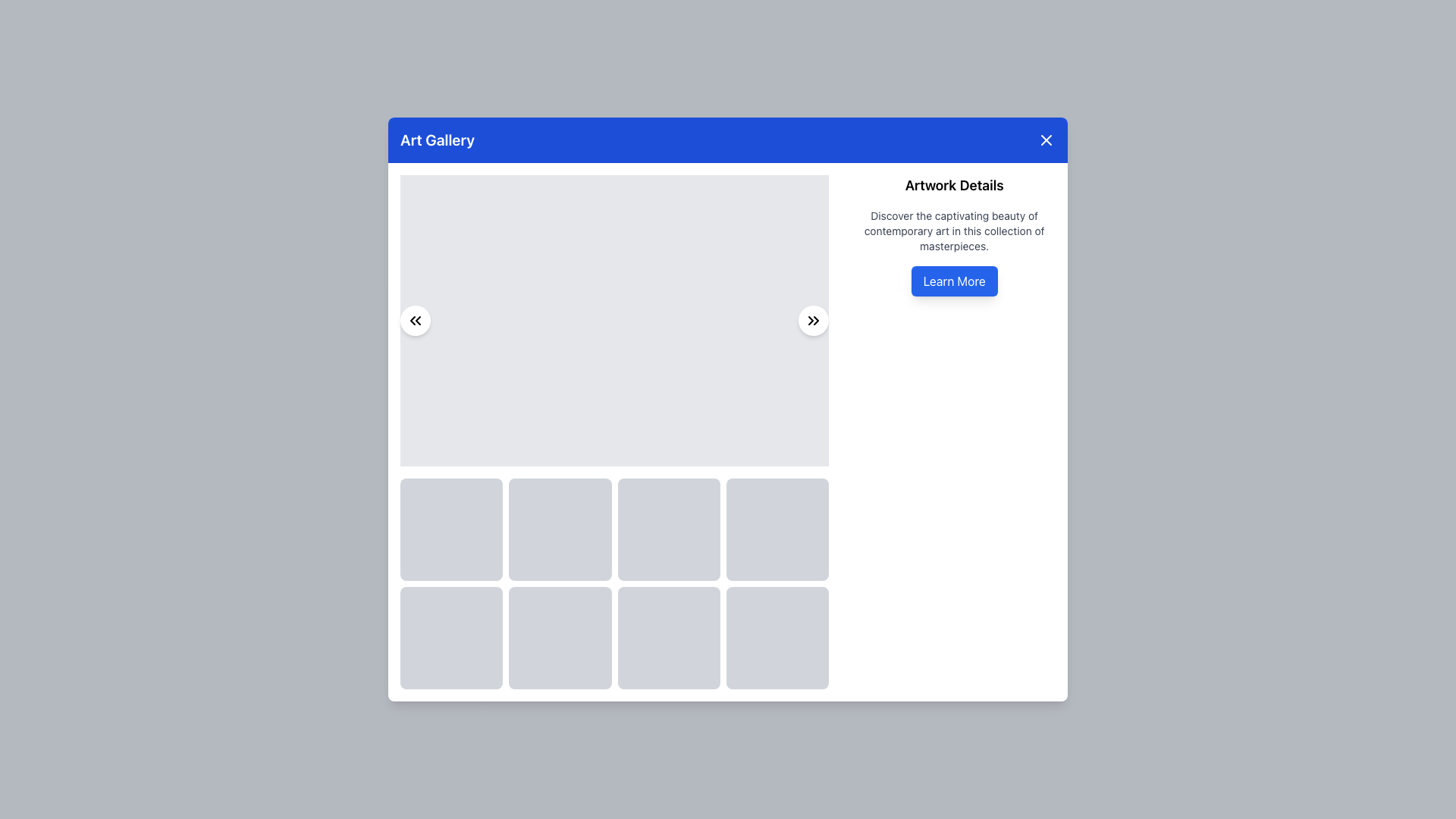 The width and height of the screenshot is (1456, 819). Describe the element at coordinates (813, 319) in the screenshot. I see `the navigation icon located in the circular button on the right middle side of the main content area` at that location.